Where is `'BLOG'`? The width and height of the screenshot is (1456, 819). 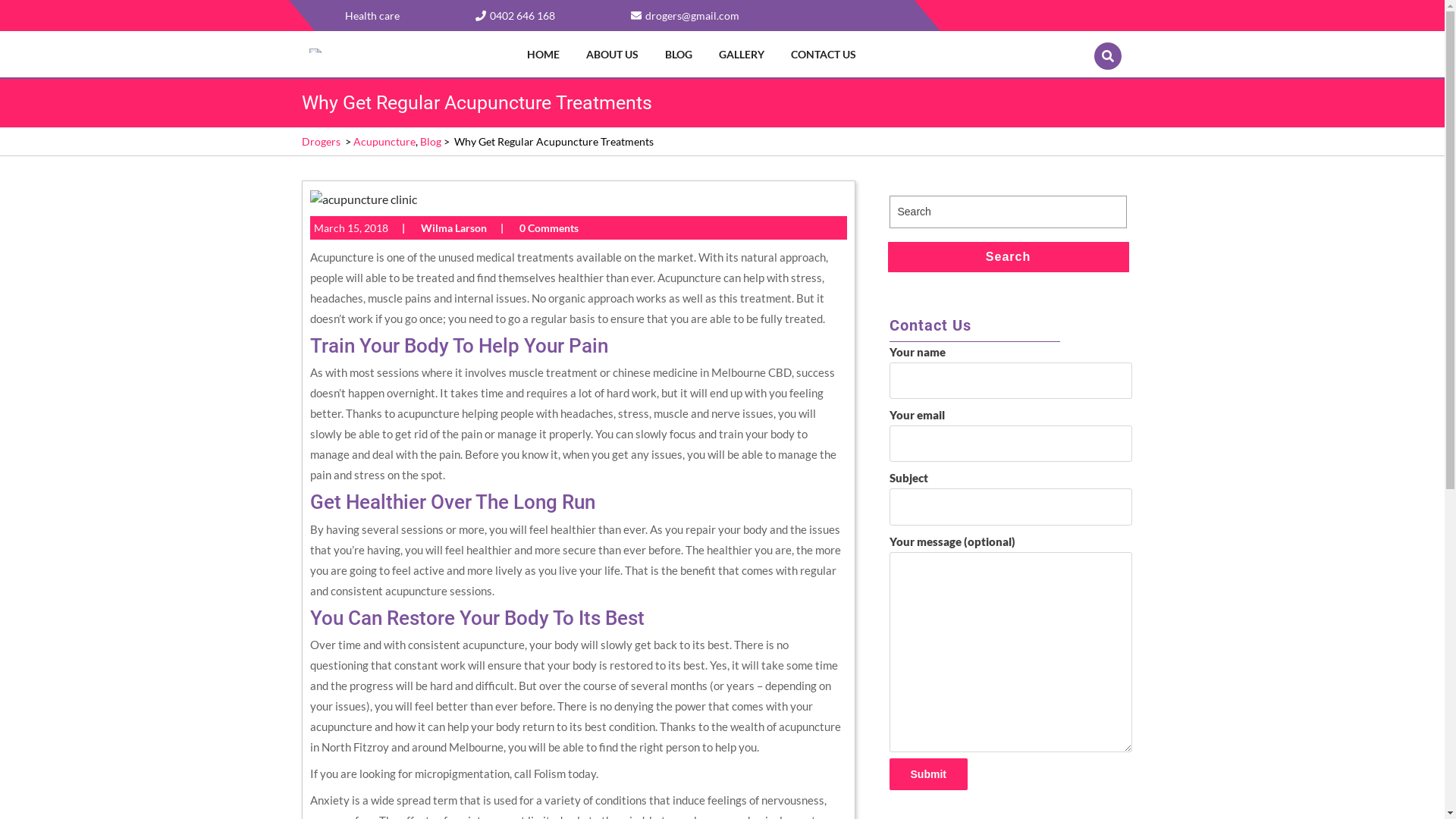
'BLOG' is located at coordinates (655, 53).